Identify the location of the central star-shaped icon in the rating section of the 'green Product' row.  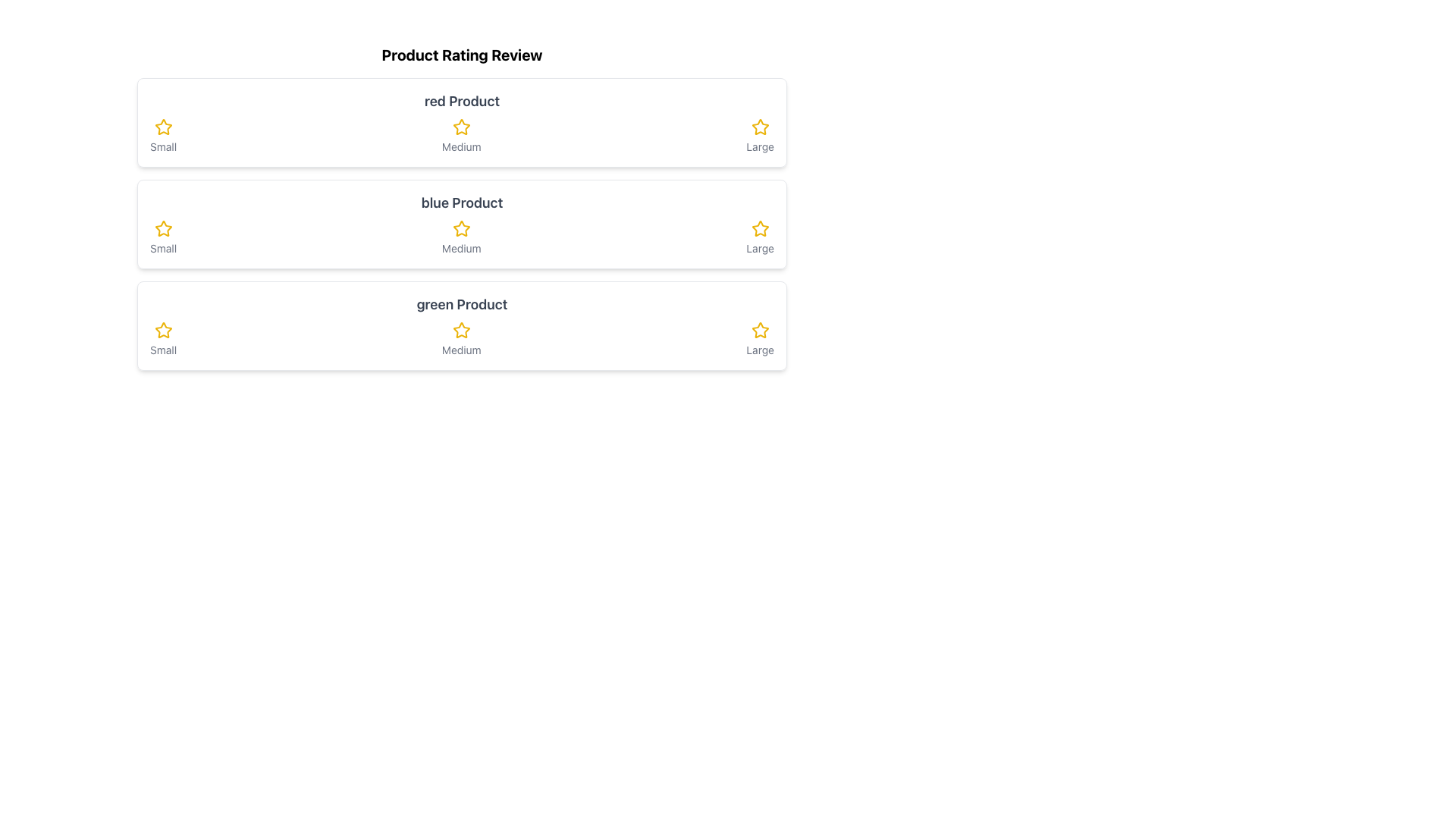
(460, 329).